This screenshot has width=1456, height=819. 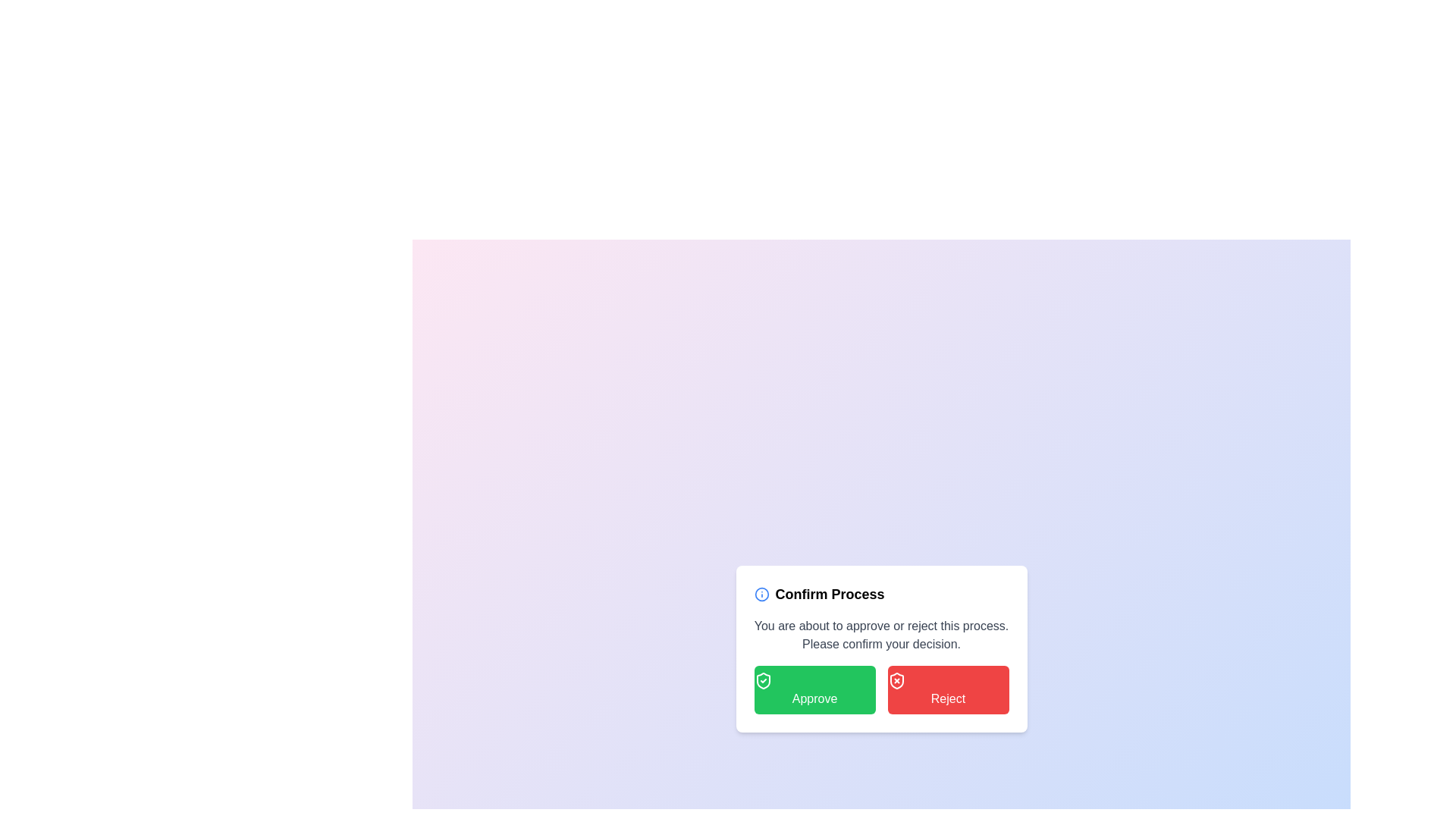 I want to click on the green shield icon with a checkmark inside, located to the left of the 'Approve' label, indicating security and approval, so click(x=763, y=680).